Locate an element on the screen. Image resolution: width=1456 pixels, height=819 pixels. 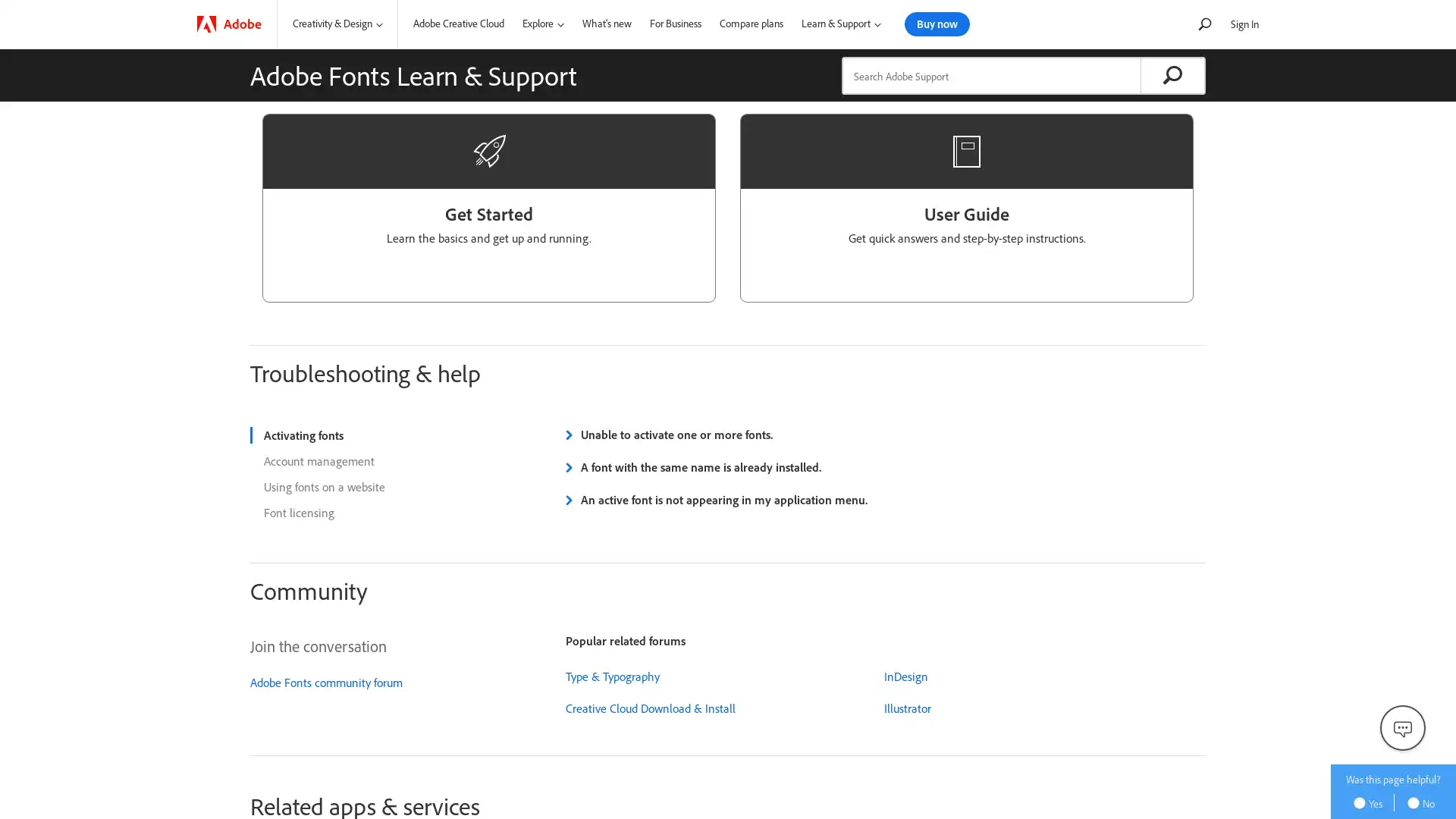
A font with the same name is already installed. is located at coordinates (691, 466).